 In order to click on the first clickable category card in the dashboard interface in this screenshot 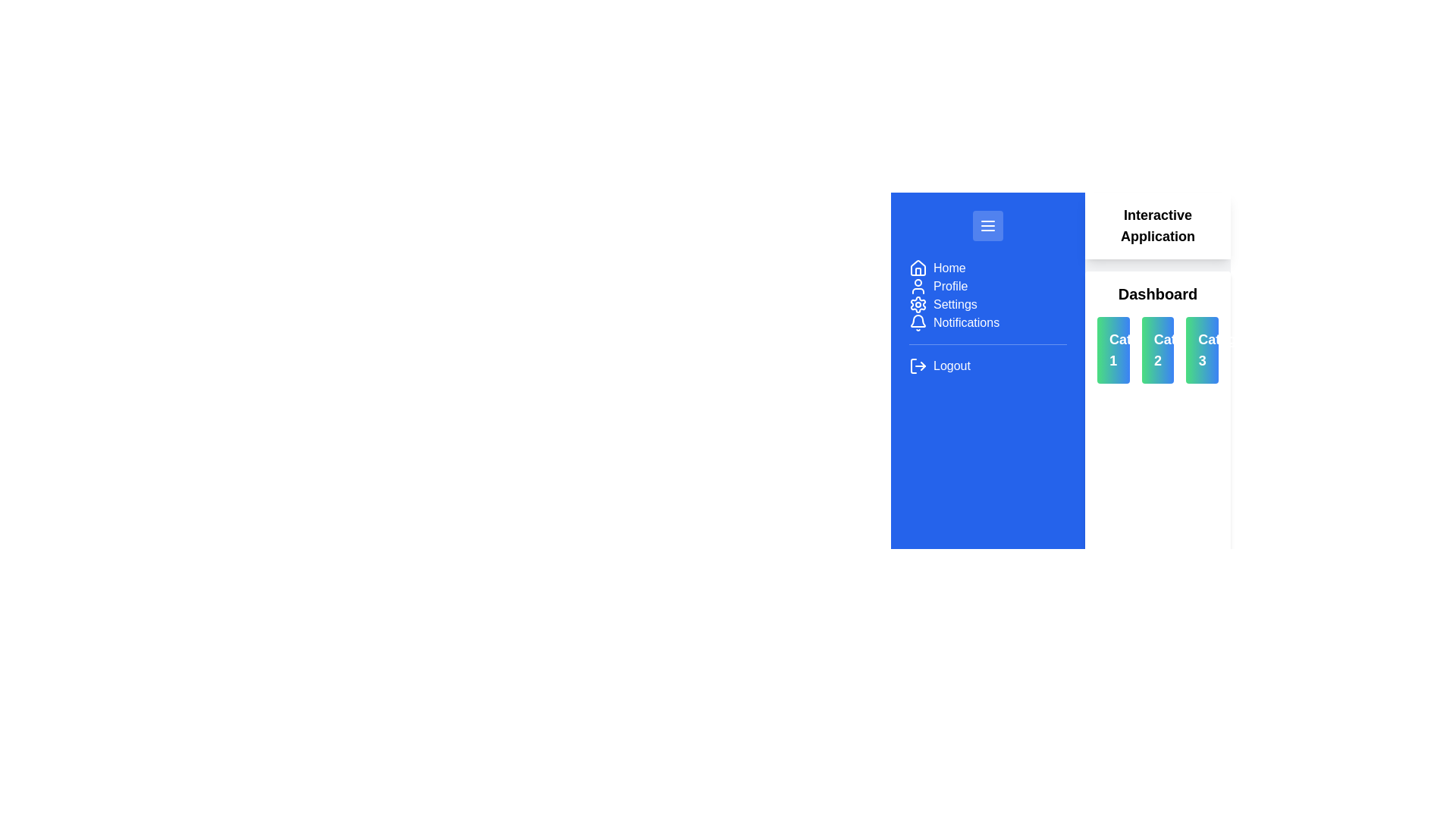, I will do `click(1113, 350)`.